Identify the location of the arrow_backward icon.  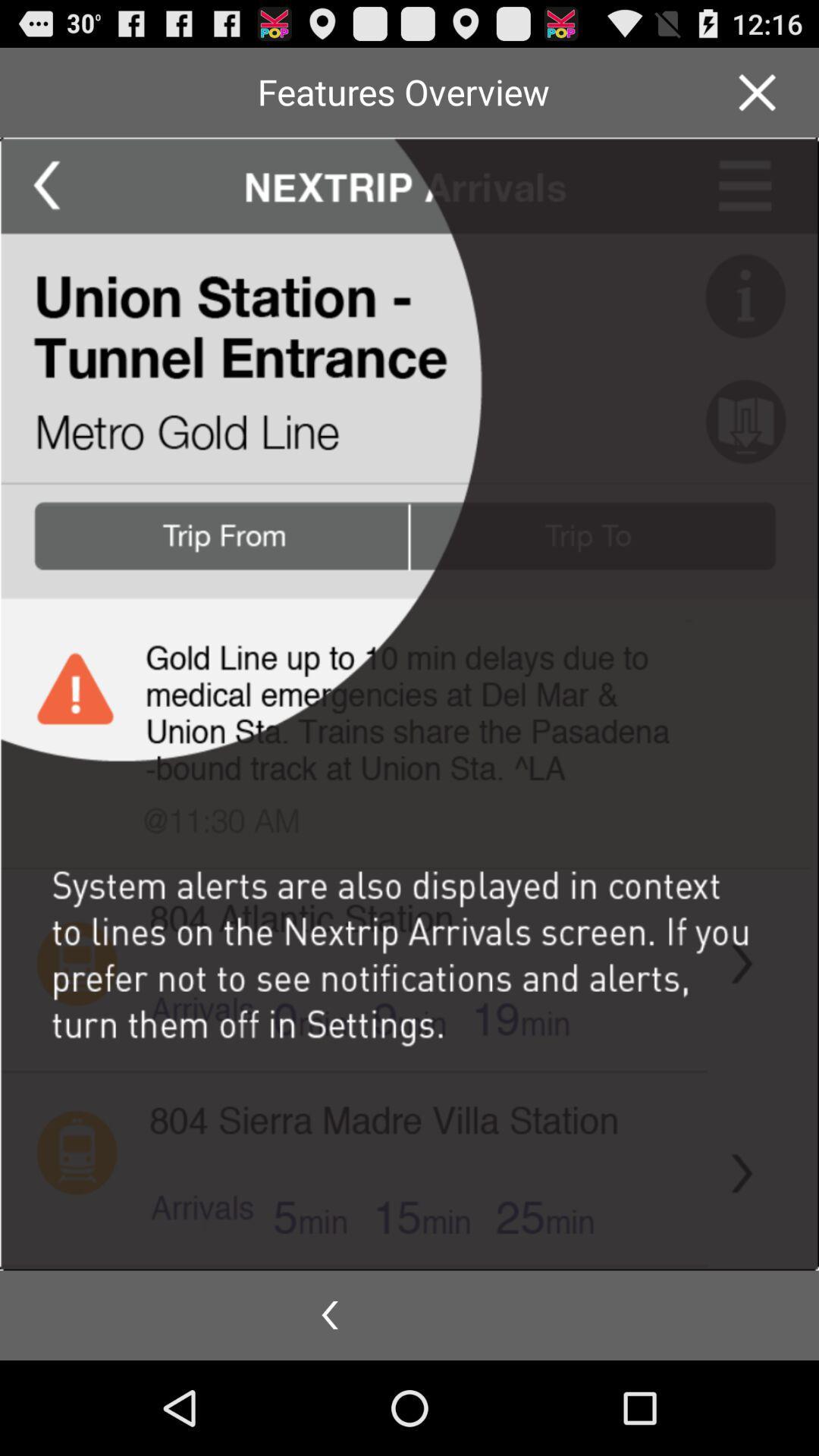
(329, 1407).